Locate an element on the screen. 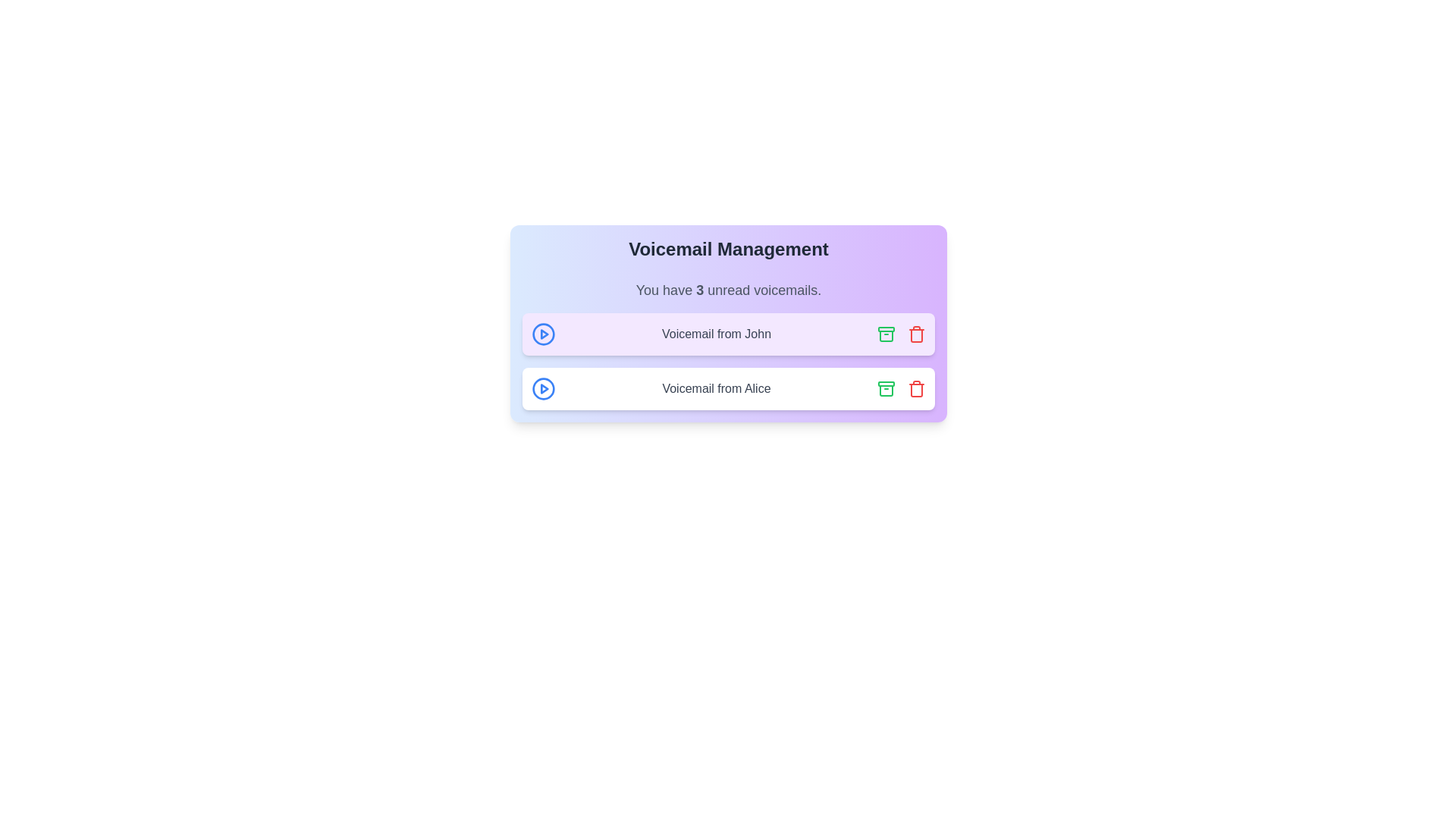 This screenshot has height=819, width=1456. the informational indicator displaying the count of unread voicemails, located between the words 'have' and 'unread' in the text 'You have 3 unread voicemails.' is located at coordinates (699, 290).